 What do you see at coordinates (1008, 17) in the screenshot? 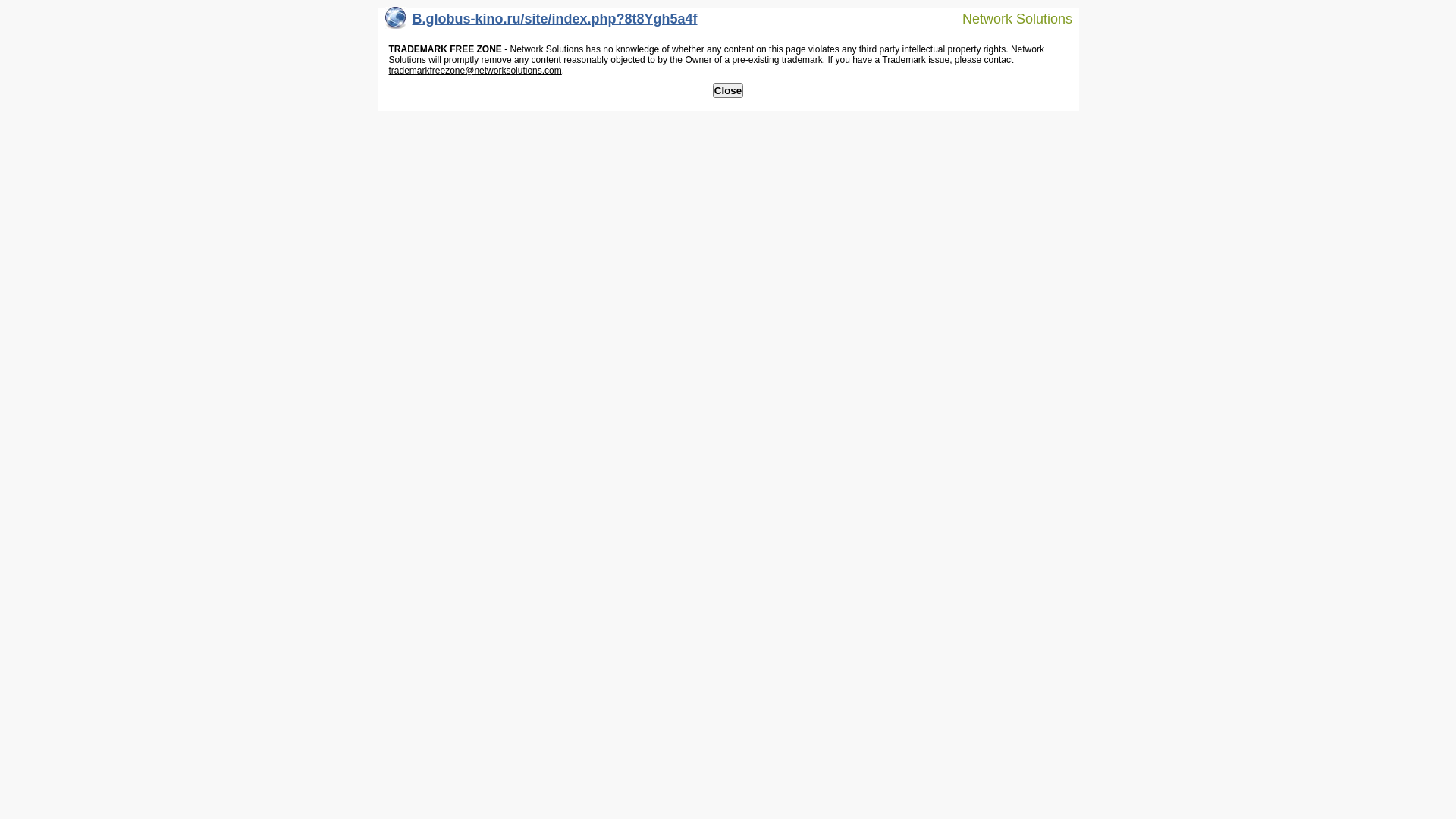
I see `'Network Solutions'` at bounding box center [1008, 17].